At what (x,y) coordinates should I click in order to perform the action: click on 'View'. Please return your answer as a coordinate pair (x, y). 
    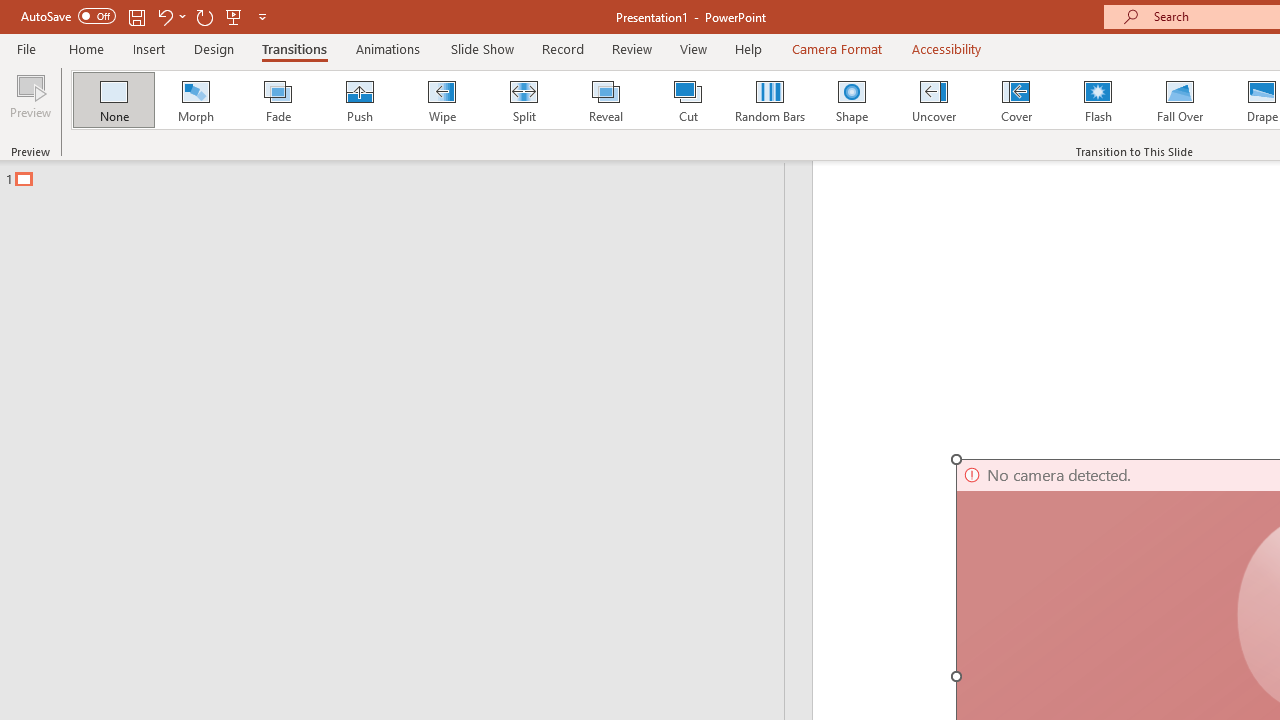
    Looking at the image, I should click on (693, 48).